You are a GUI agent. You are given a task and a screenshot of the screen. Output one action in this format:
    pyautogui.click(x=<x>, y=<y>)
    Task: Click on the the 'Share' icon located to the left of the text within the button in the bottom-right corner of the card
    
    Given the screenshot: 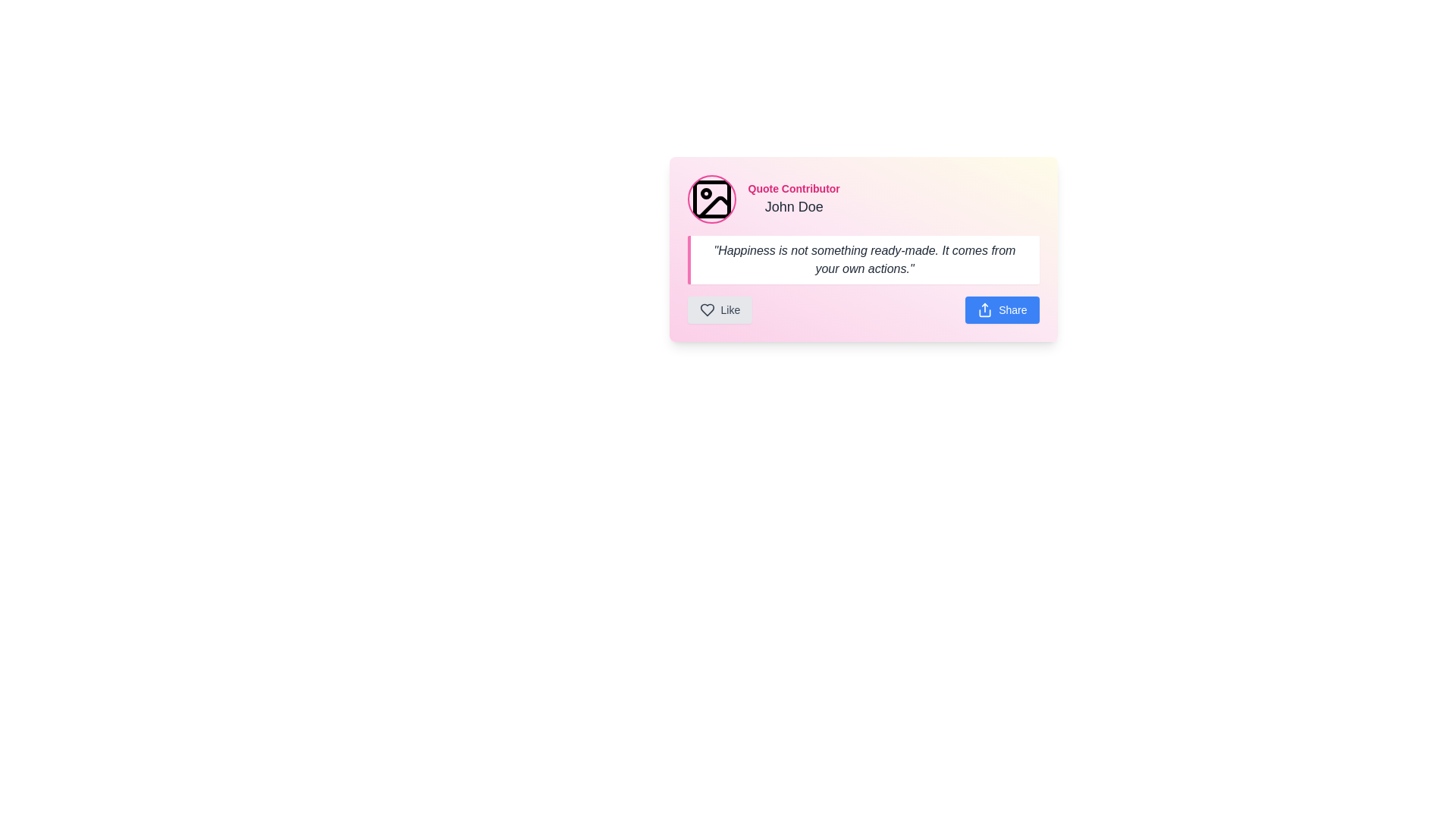 What is the action you would take?
    pyautogui.click(x=985, y=309)
    